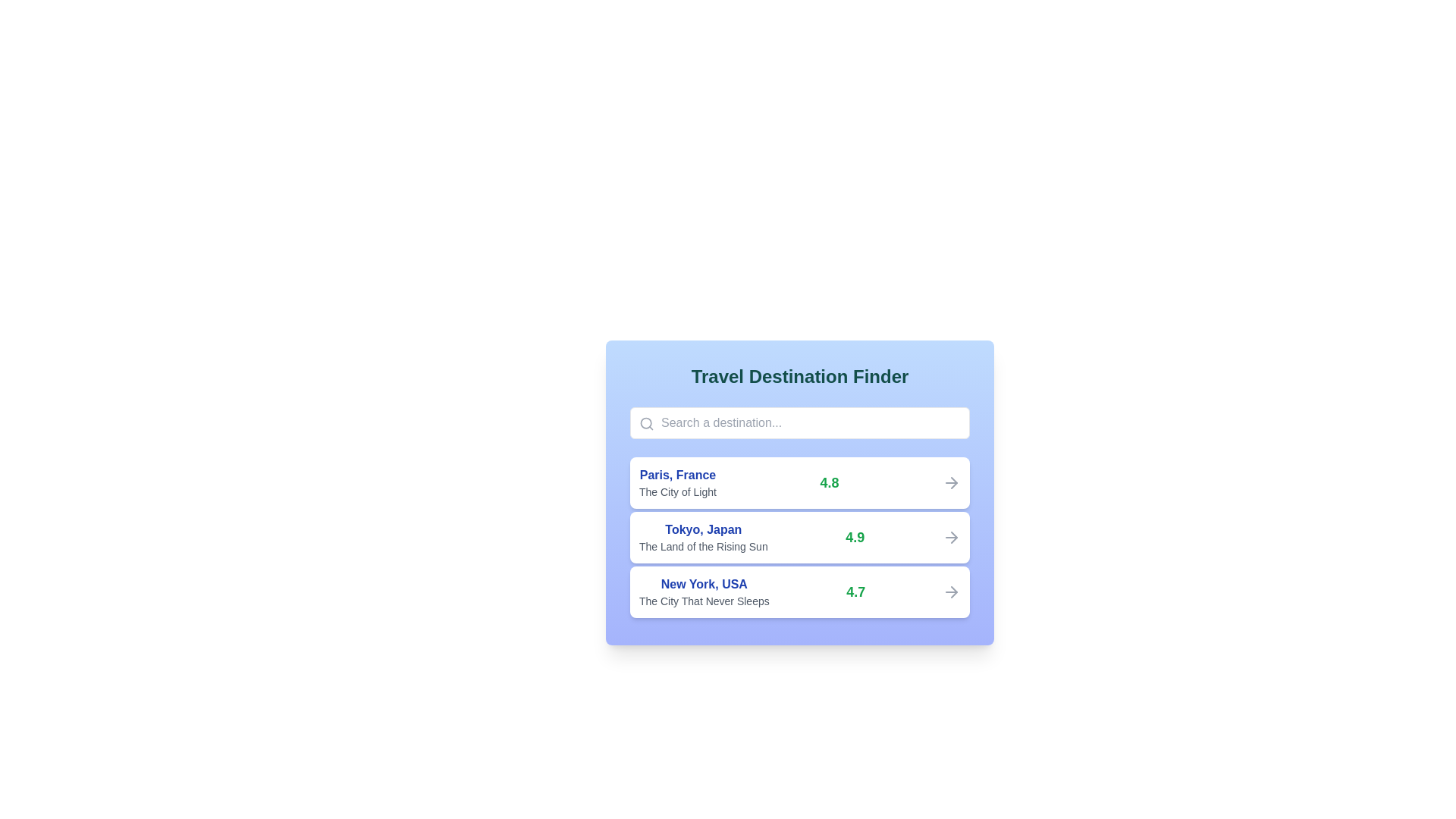 The width and height of the screenshot is (1456, 819). I want to click on the search input field for travel destination, located beneath 'Travel Destination Finder' and above 'Paris, France', so click(799, 423).